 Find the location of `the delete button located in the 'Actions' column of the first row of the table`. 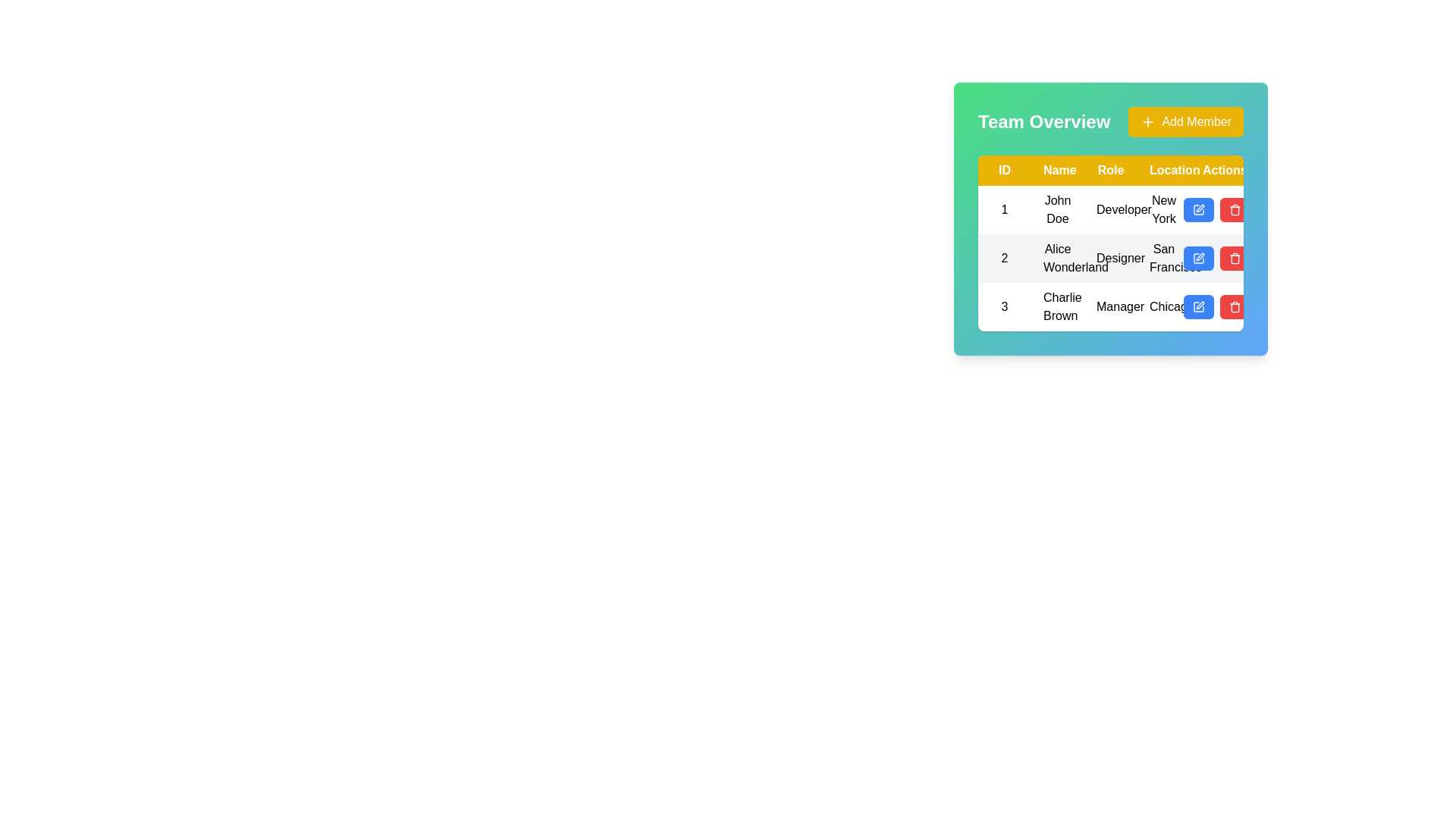

the delete button located in the 'Actions' column of the first row of the table is located at coordinates (1235, 210).